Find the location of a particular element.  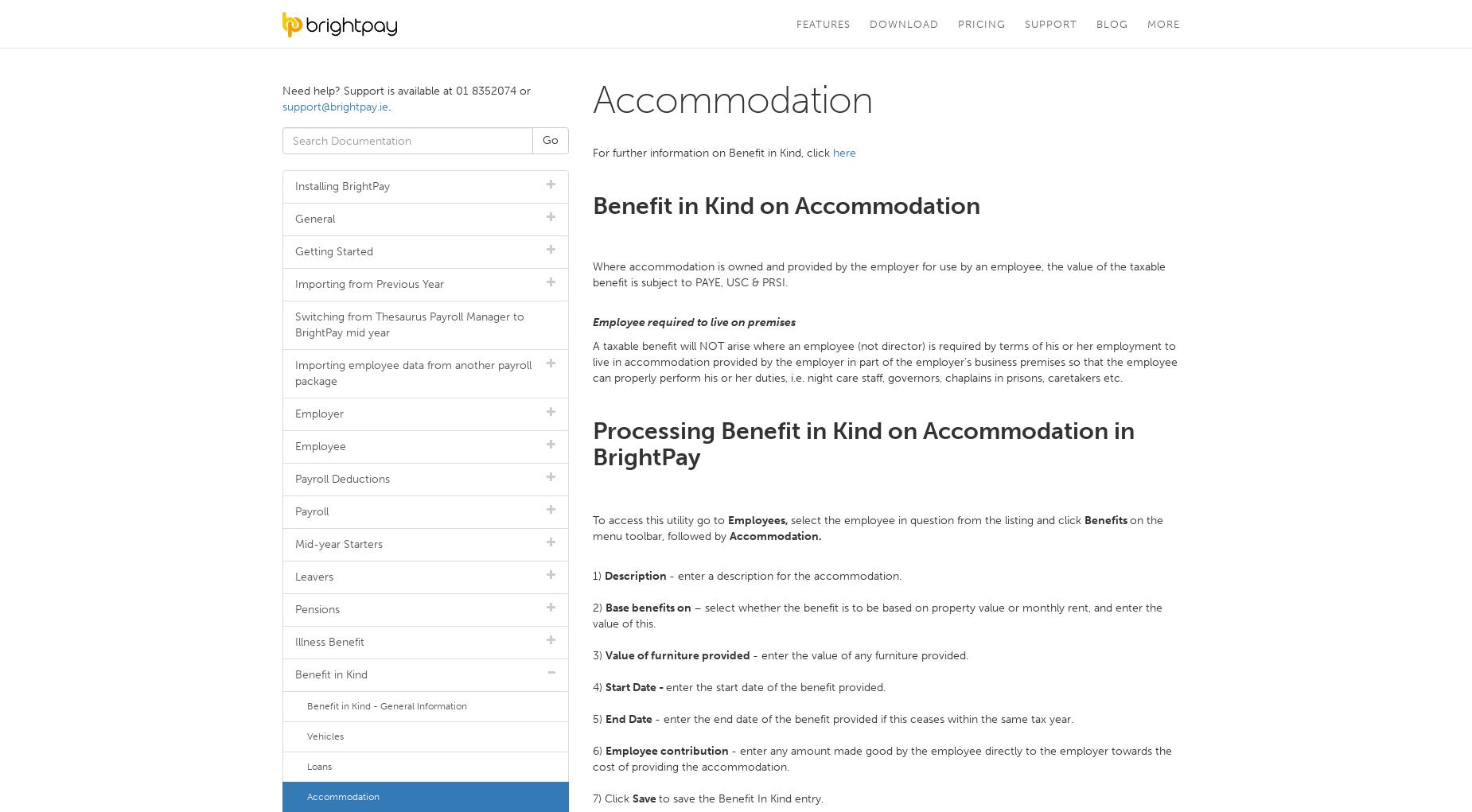

'Switching from Thesaurus Payroll Manager to BrightPay mid year' is located at coordinates (294, 324).